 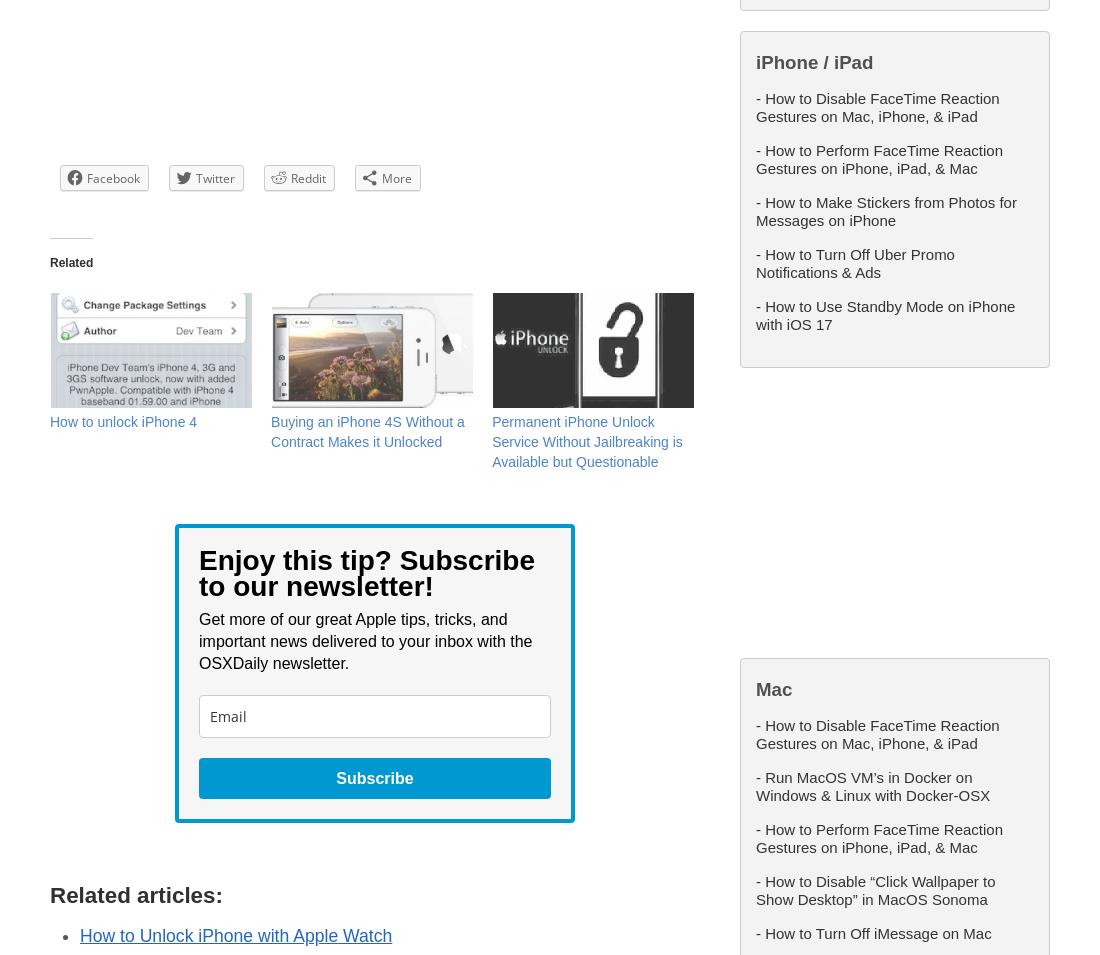 What do you see at coordinates (773, 687) in the screenshot?
I see `'Mac'` at bounding box center [773, 687].